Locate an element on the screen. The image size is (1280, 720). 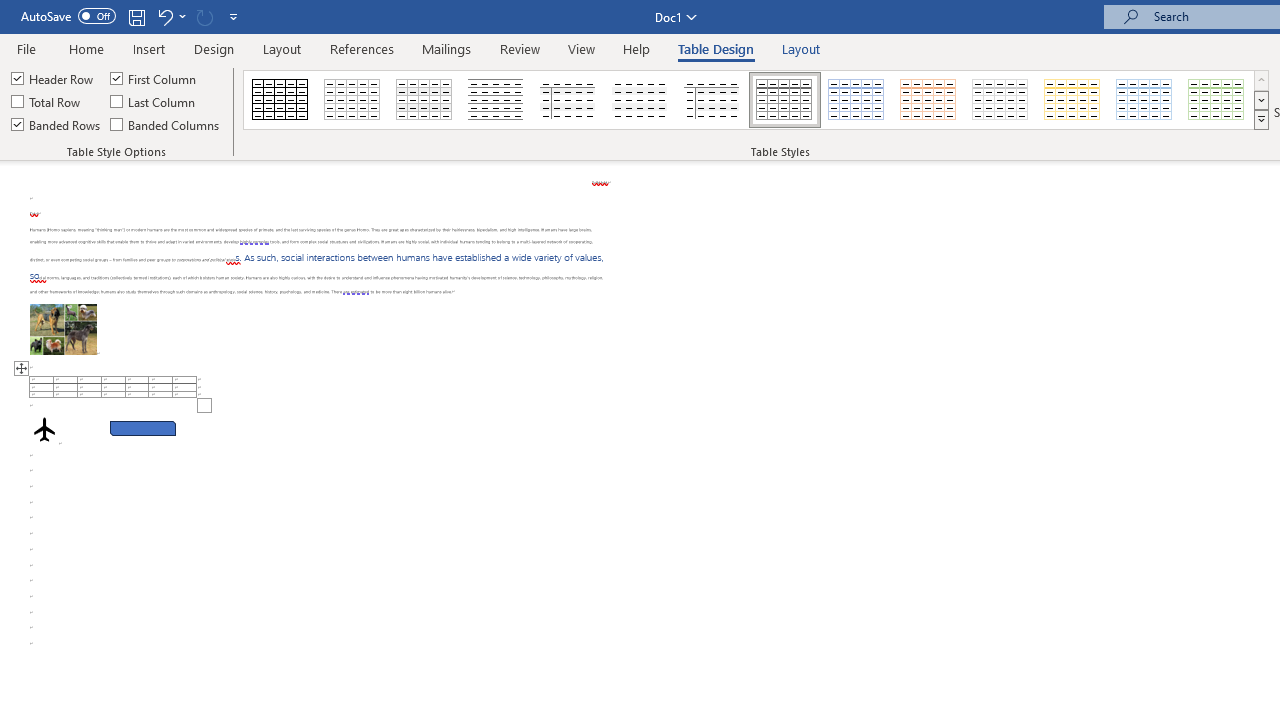
'Table Design' is located at coordinates (716, 48).